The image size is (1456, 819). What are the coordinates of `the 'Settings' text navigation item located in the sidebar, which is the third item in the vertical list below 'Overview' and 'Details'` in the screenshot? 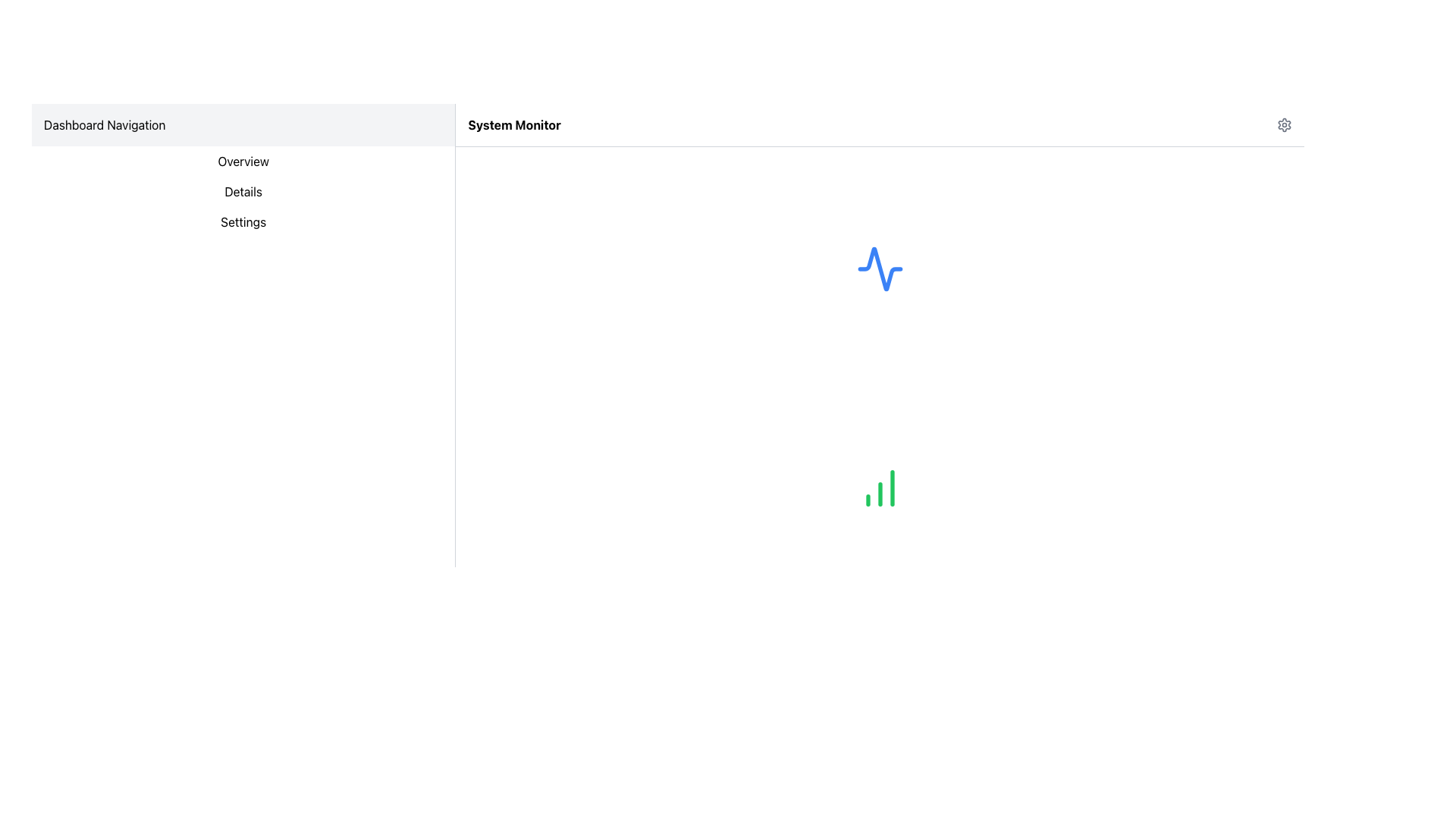 It's located at (243, 222).